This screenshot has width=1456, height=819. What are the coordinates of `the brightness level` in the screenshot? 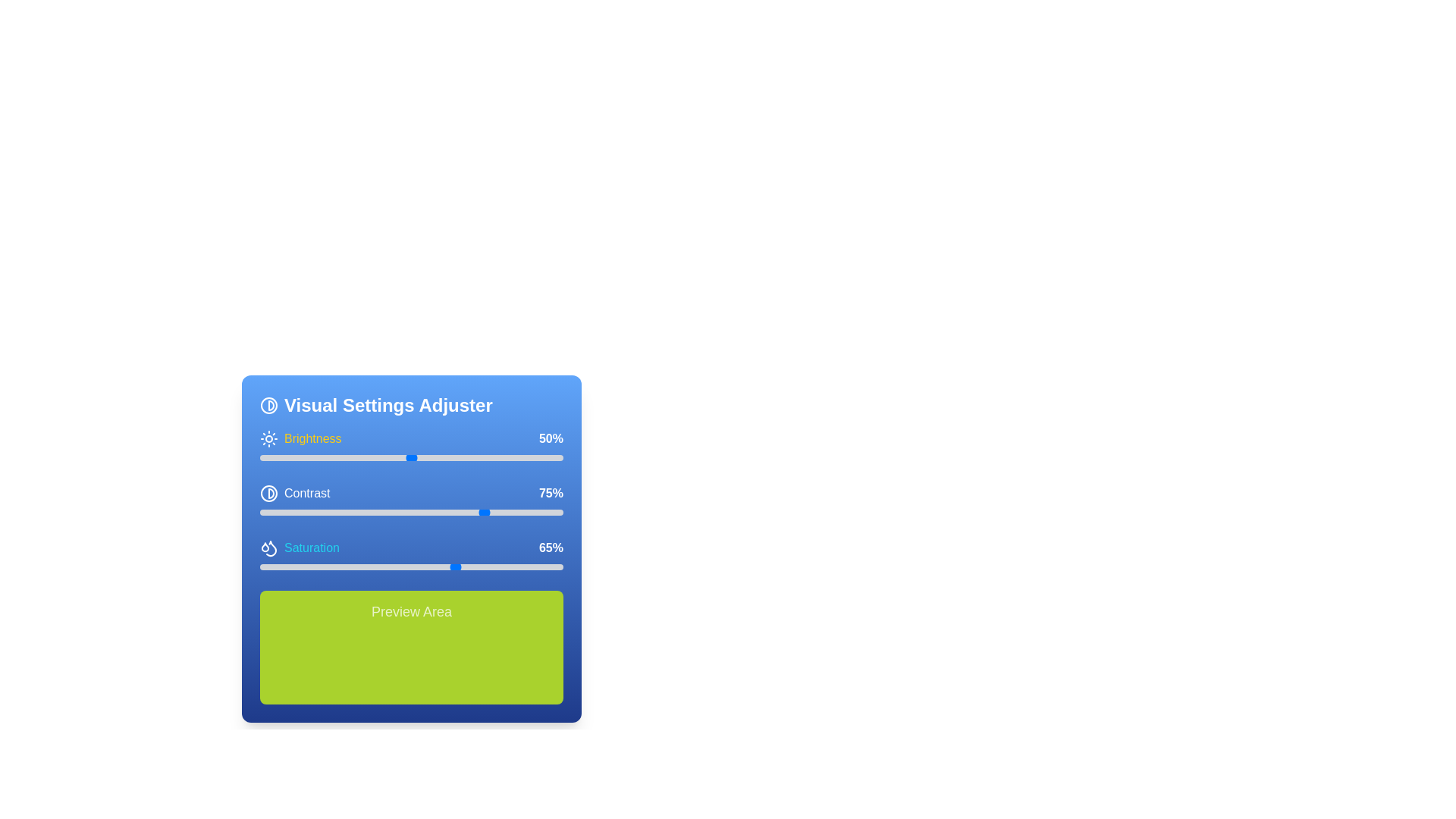 It's located at (418, 457).